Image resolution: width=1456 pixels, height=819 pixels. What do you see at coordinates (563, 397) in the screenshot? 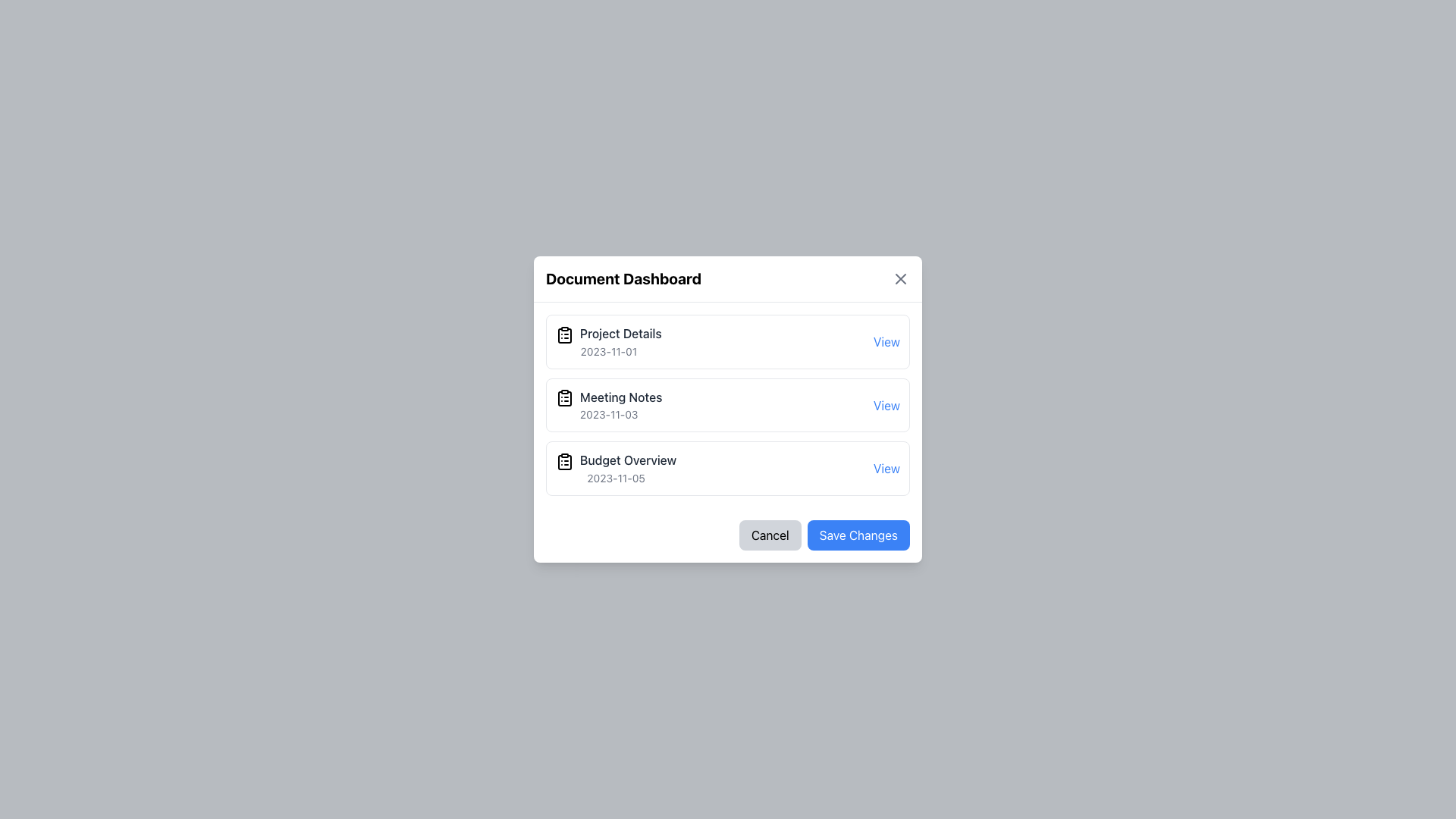
I see `the clipboard icon that resembles a list, which is positioned to the left of the 'Meeting Notes' text and above the date '2023-11-03'` at bounding box center [563, 397].